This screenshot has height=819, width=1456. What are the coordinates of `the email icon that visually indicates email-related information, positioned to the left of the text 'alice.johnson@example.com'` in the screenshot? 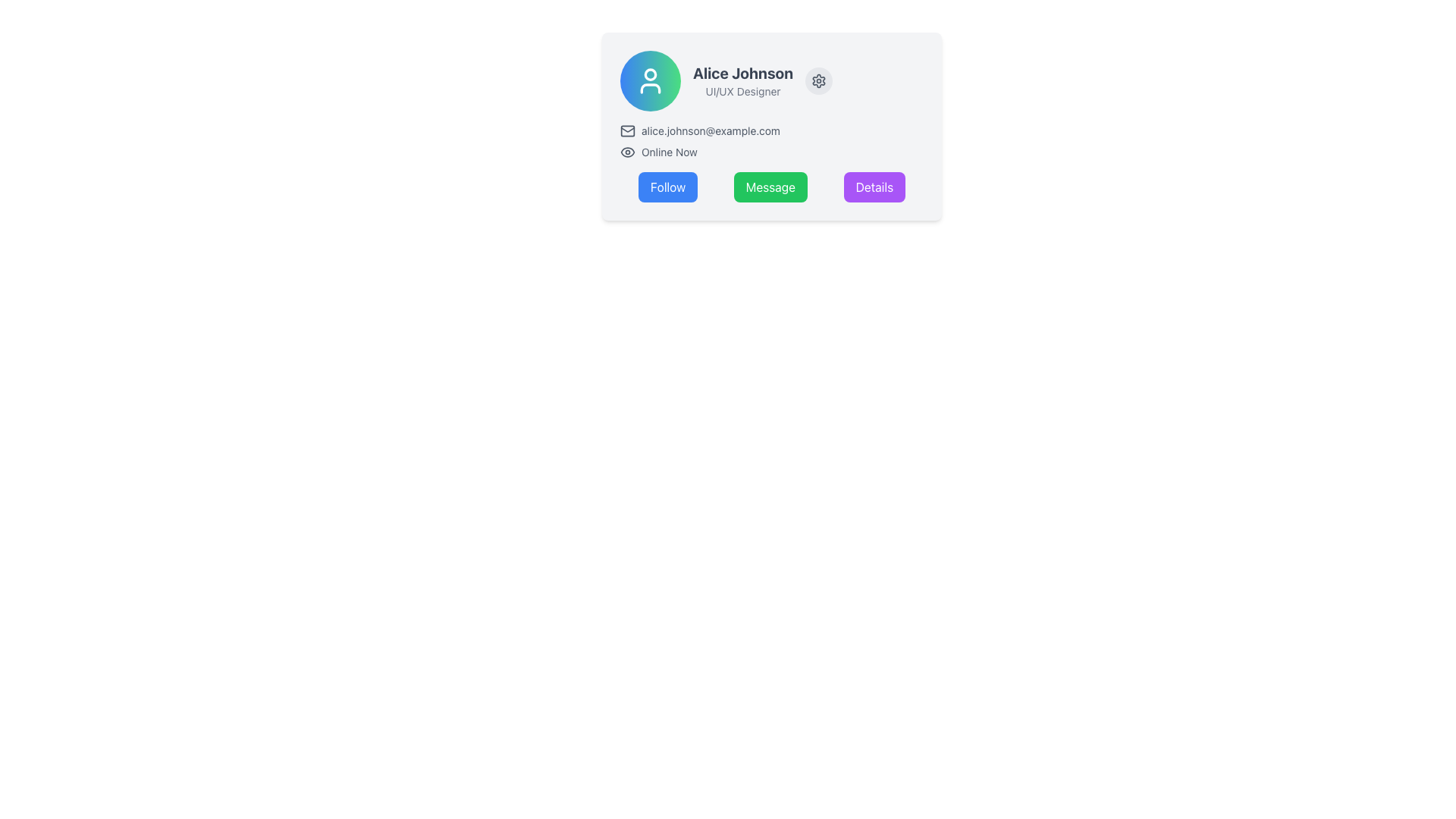 It's located at (628, 130).